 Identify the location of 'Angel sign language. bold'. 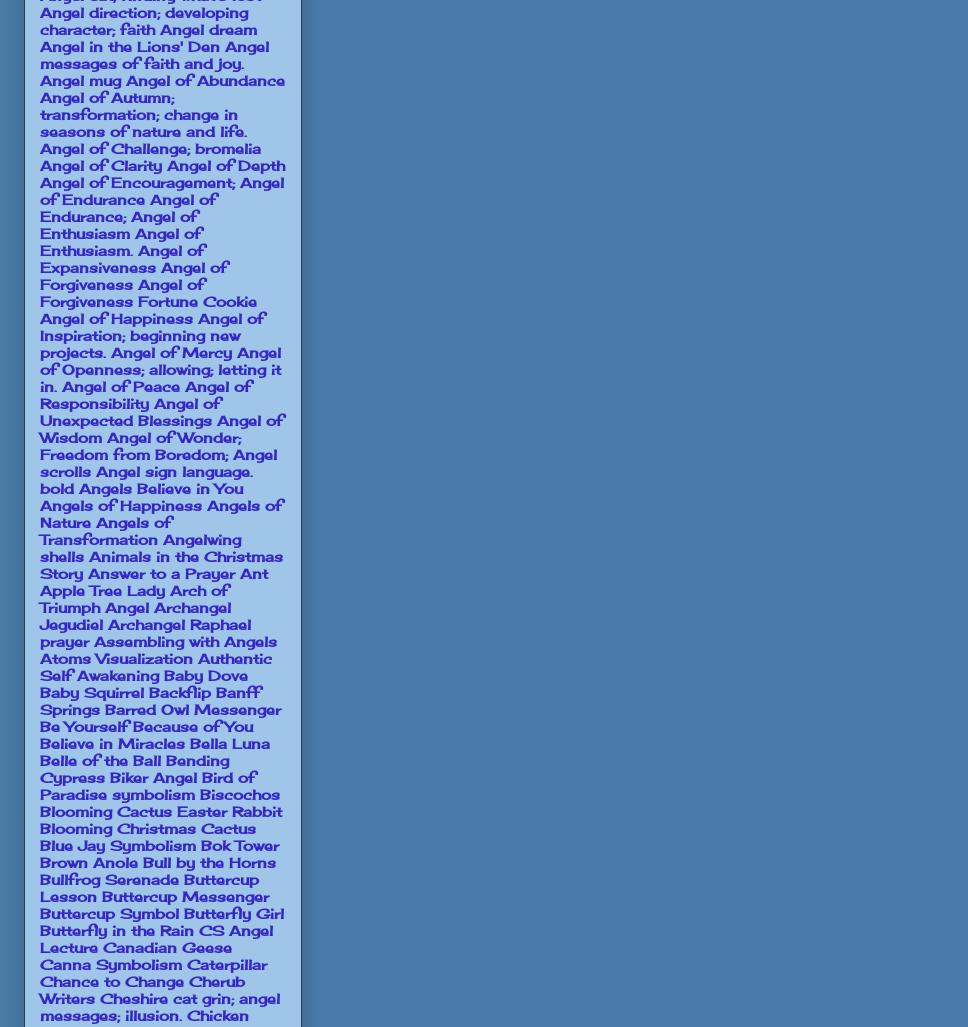
(145, 478).